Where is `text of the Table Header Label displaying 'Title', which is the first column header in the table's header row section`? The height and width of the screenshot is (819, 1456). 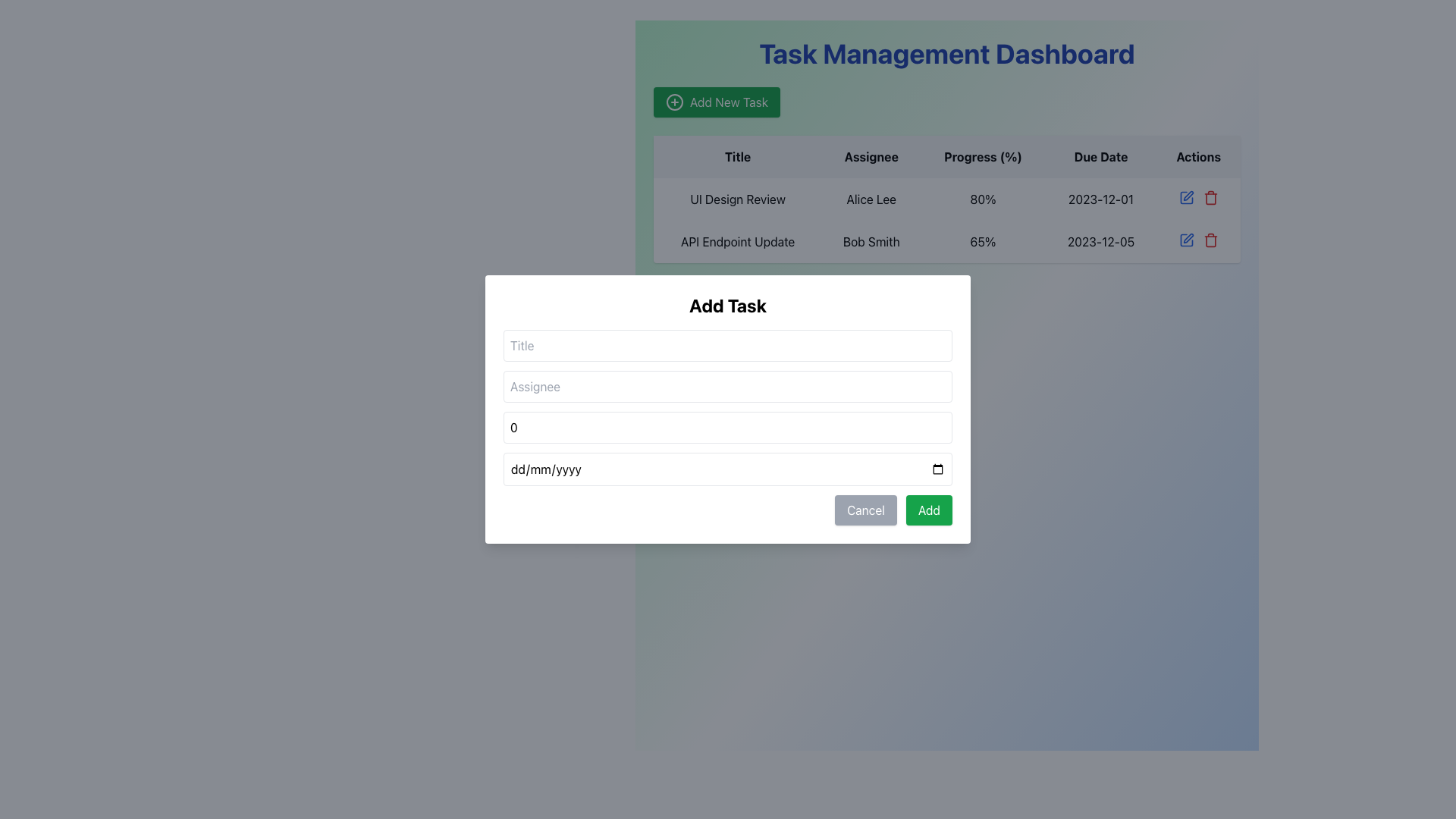 text of the Table Header Label displaying 'Title', which is the first column header in the table's header row section is located at coordinates (738, 157).